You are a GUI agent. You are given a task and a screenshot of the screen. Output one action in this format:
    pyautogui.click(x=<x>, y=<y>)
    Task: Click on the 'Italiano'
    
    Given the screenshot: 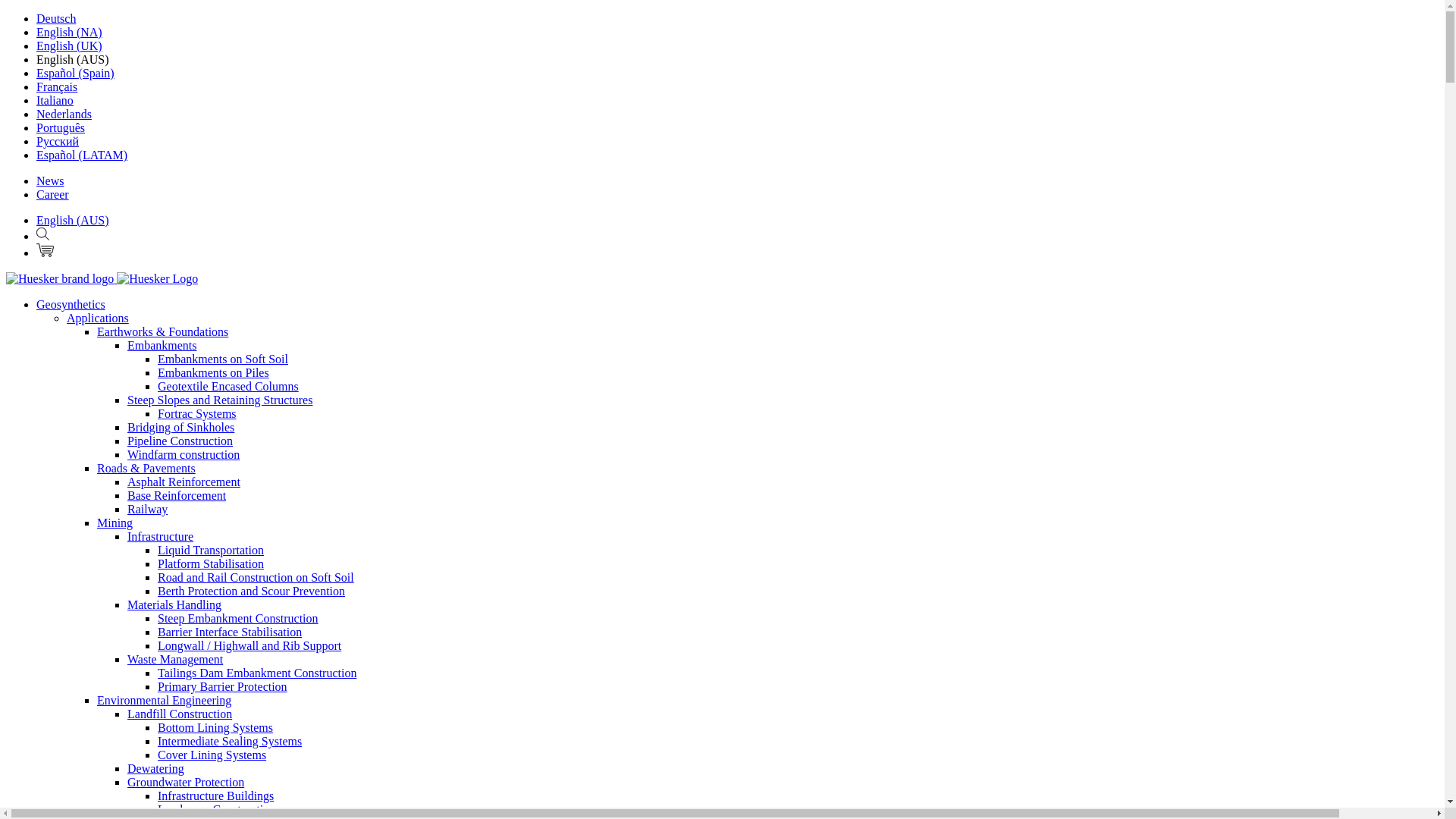 What is the action you would take?
    pyautogui.click(x=55, y=100)
    